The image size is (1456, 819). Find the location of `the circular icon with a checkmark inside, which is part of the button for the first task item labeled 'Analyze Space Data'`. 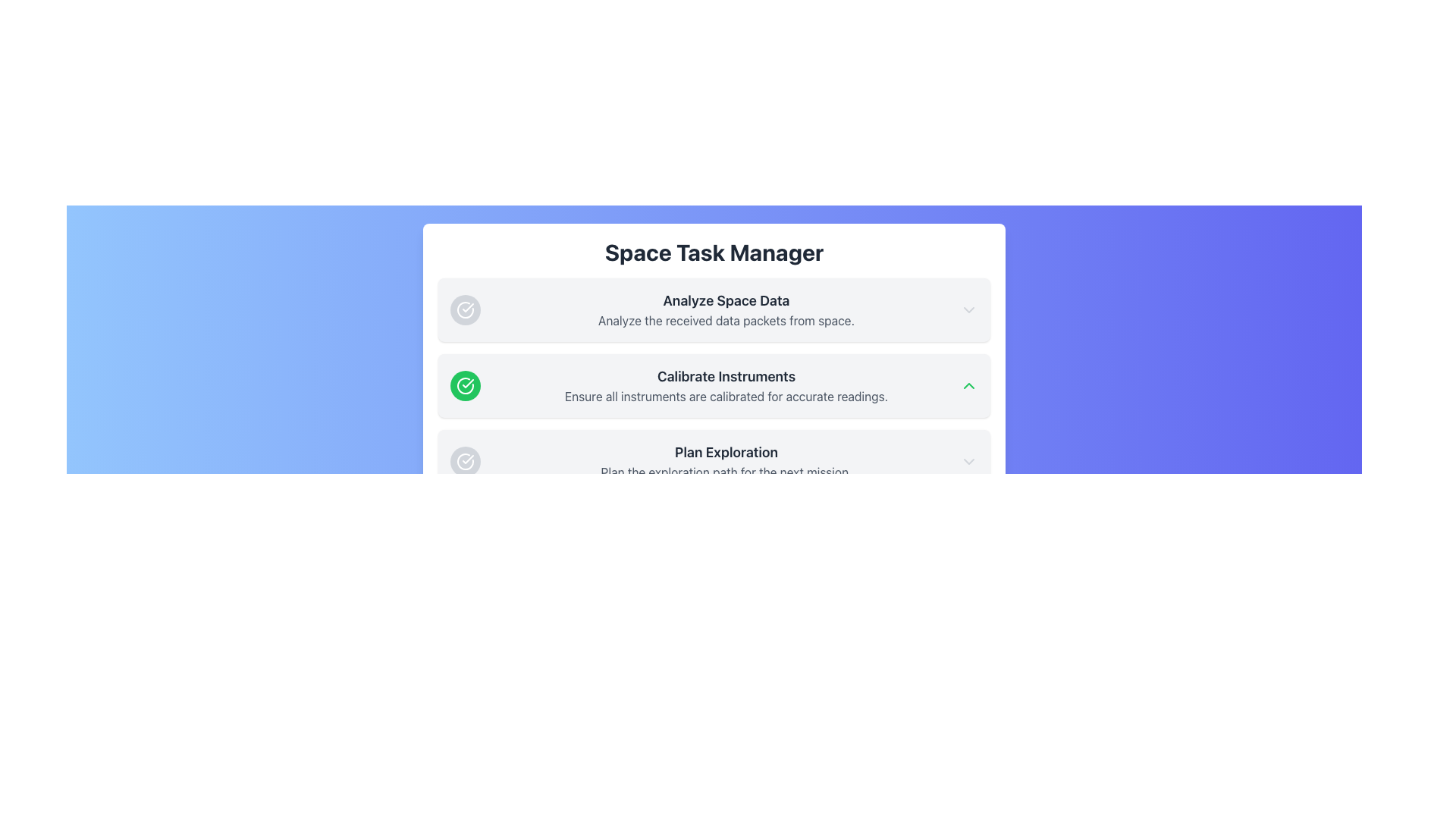

the circular icon with a checkmark inside, which is part of the button for the first task item labeled 'Analyze Space Data' is located at coordinates (465, 309).